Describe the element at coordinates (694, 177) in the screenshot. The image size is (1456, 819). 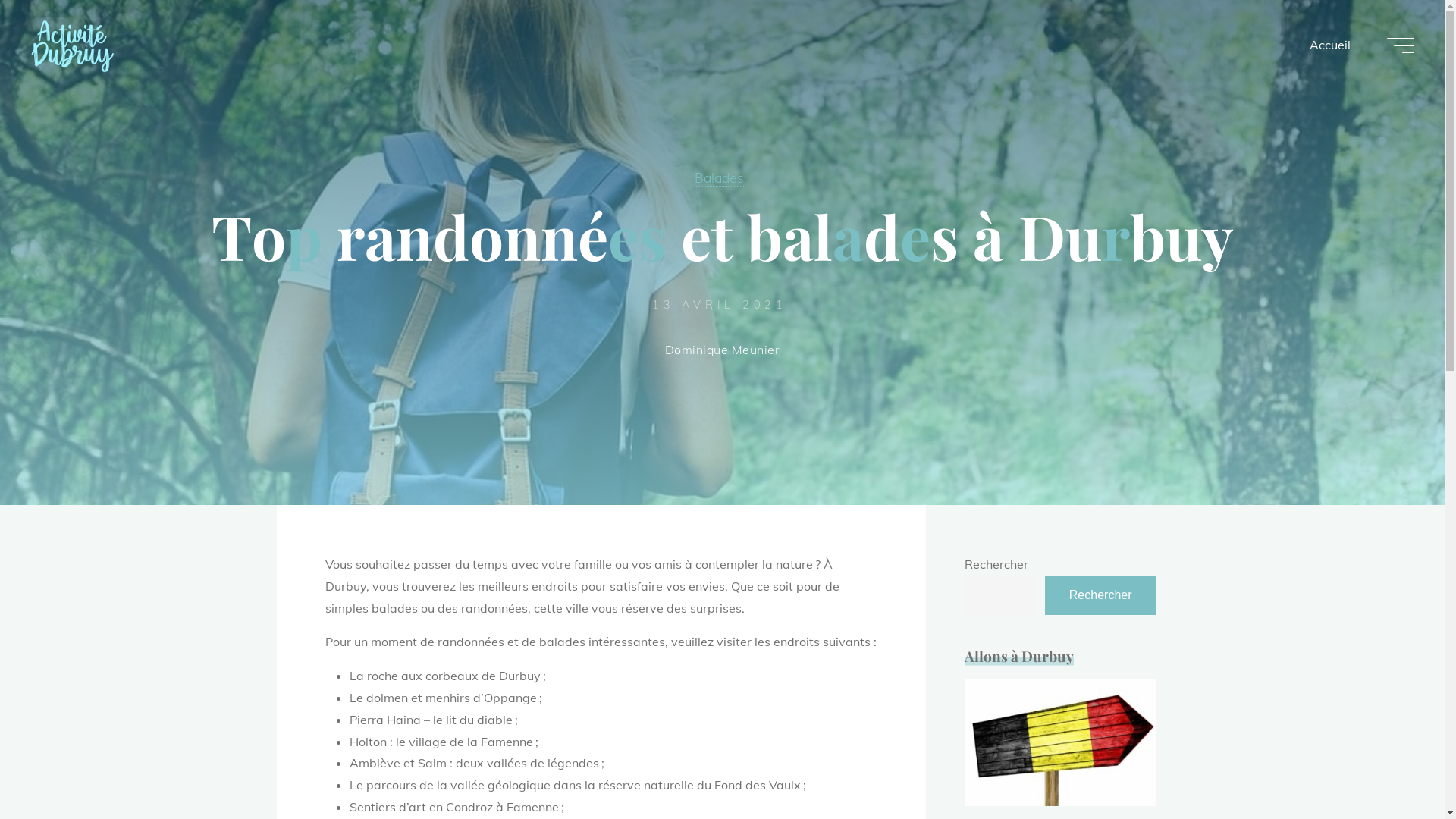
I see `'Balades'` at that location.